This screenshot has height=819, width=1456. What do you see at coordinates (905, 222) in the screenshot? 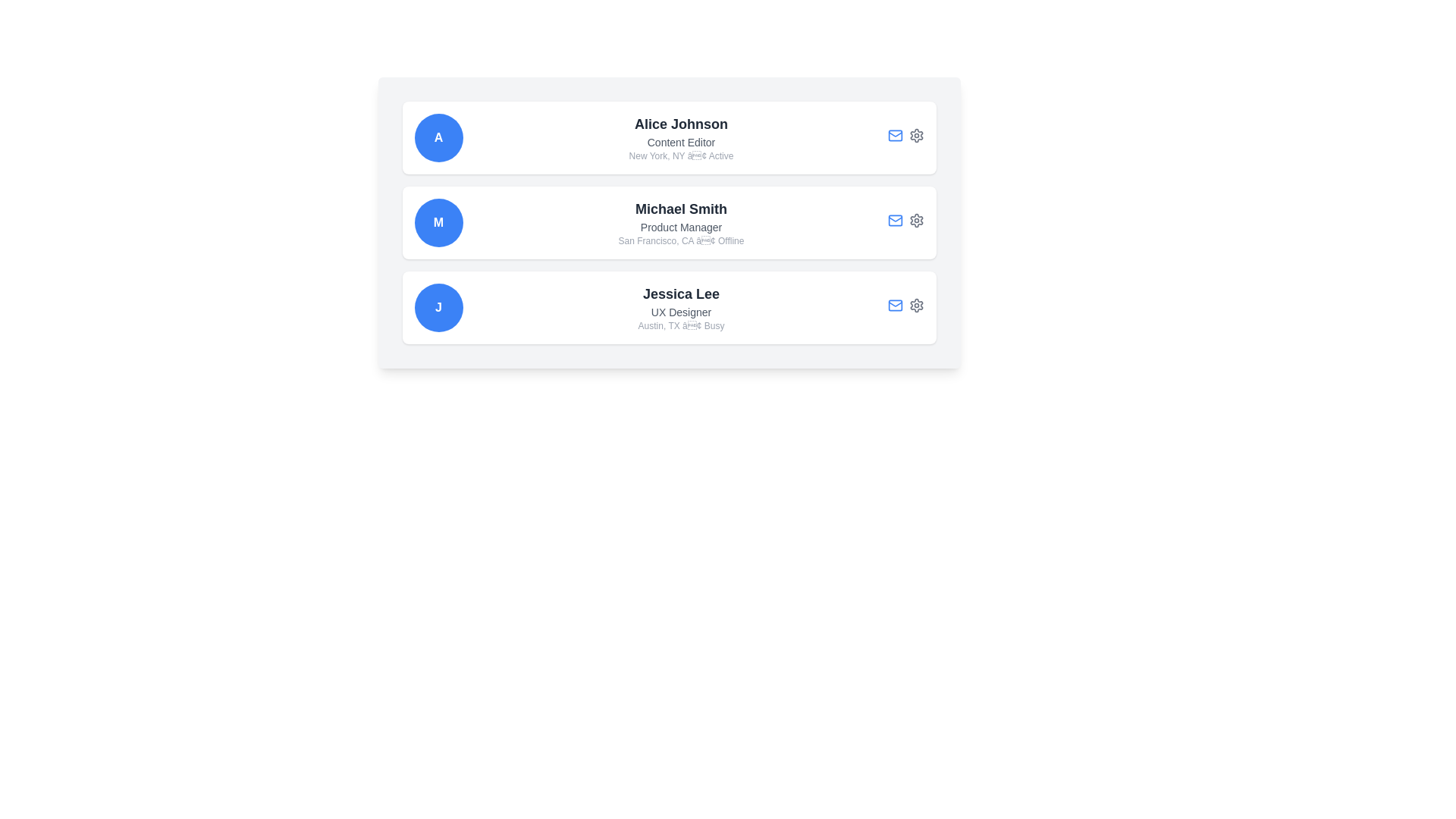
I see `the group of action icons for 'Michael Smith', which includes a blue mail icon and a gray gear icon` at bounding box center [905, 222].